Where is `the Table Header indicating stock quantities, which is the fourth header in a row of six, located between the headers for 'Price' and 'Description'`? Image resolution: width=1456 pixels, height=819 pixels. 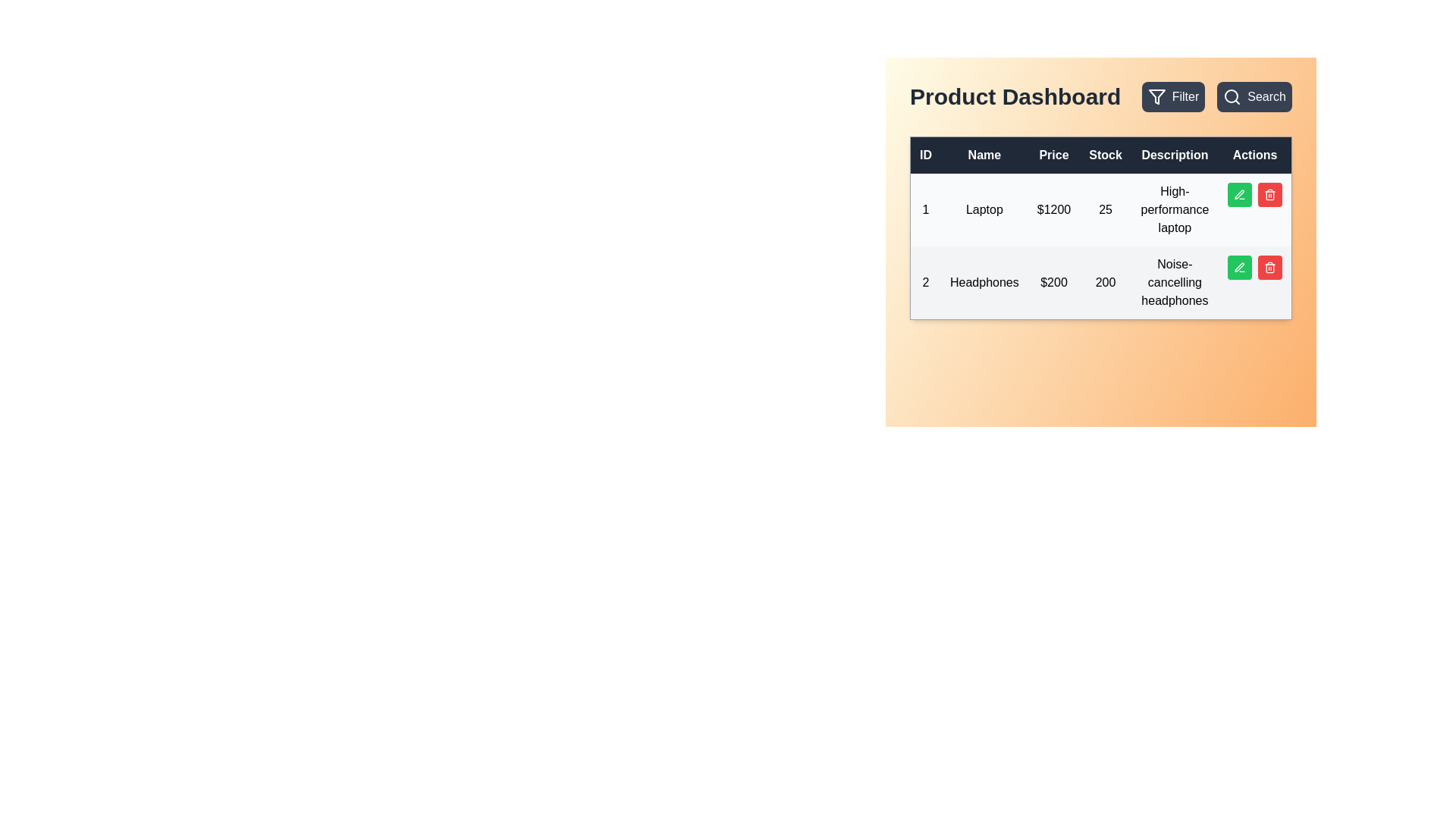
the Table Header indicating stock quantities, which is the fourth header in a row of six, located between the headers for 'Price' and 'Description' is located at coordinates (1100, 155).